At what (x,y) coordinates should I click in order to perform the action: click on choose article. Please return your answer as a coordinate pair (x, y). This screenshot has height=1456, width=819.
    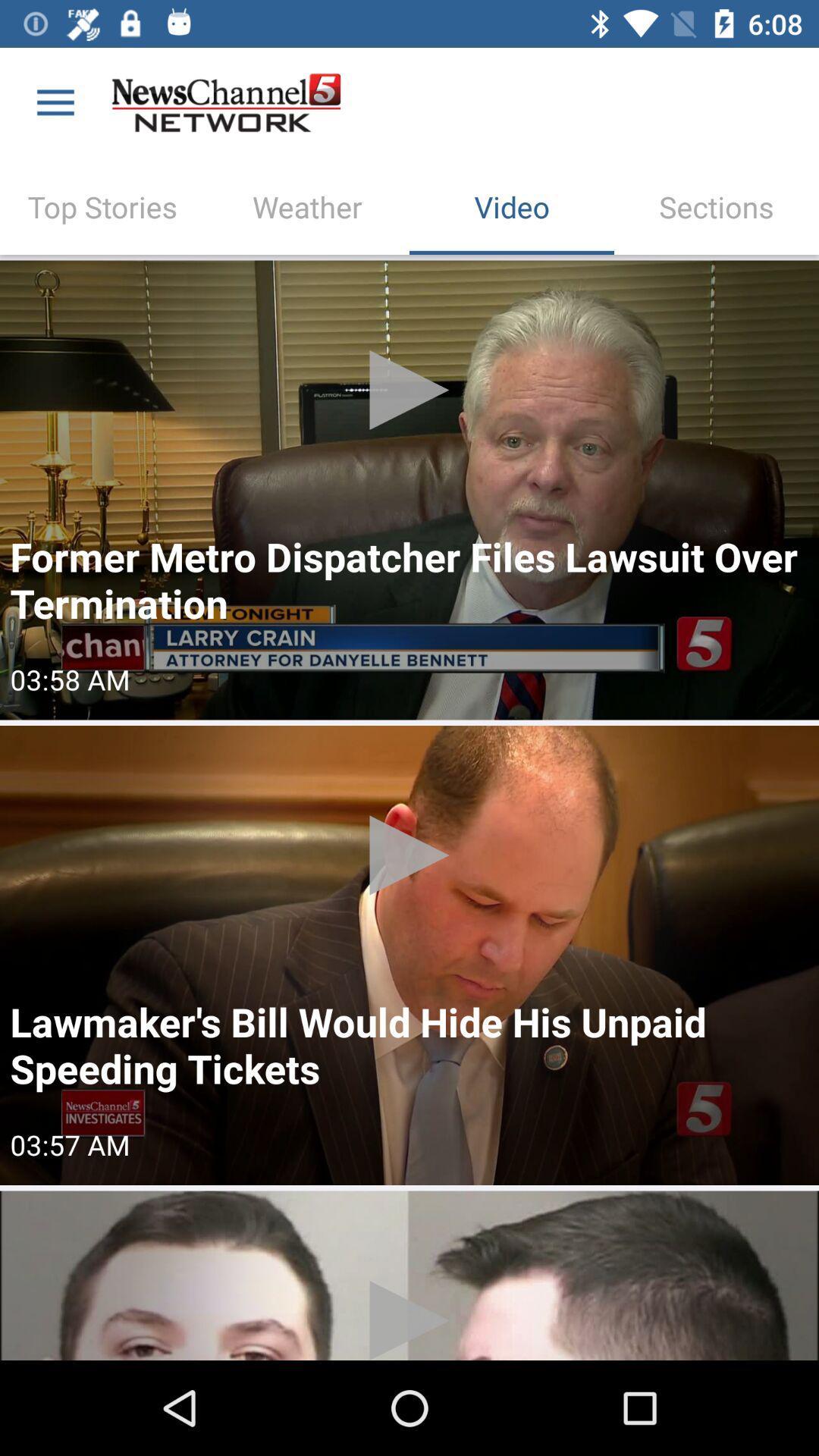
    Looking at the image, I should click on (409, 1275).